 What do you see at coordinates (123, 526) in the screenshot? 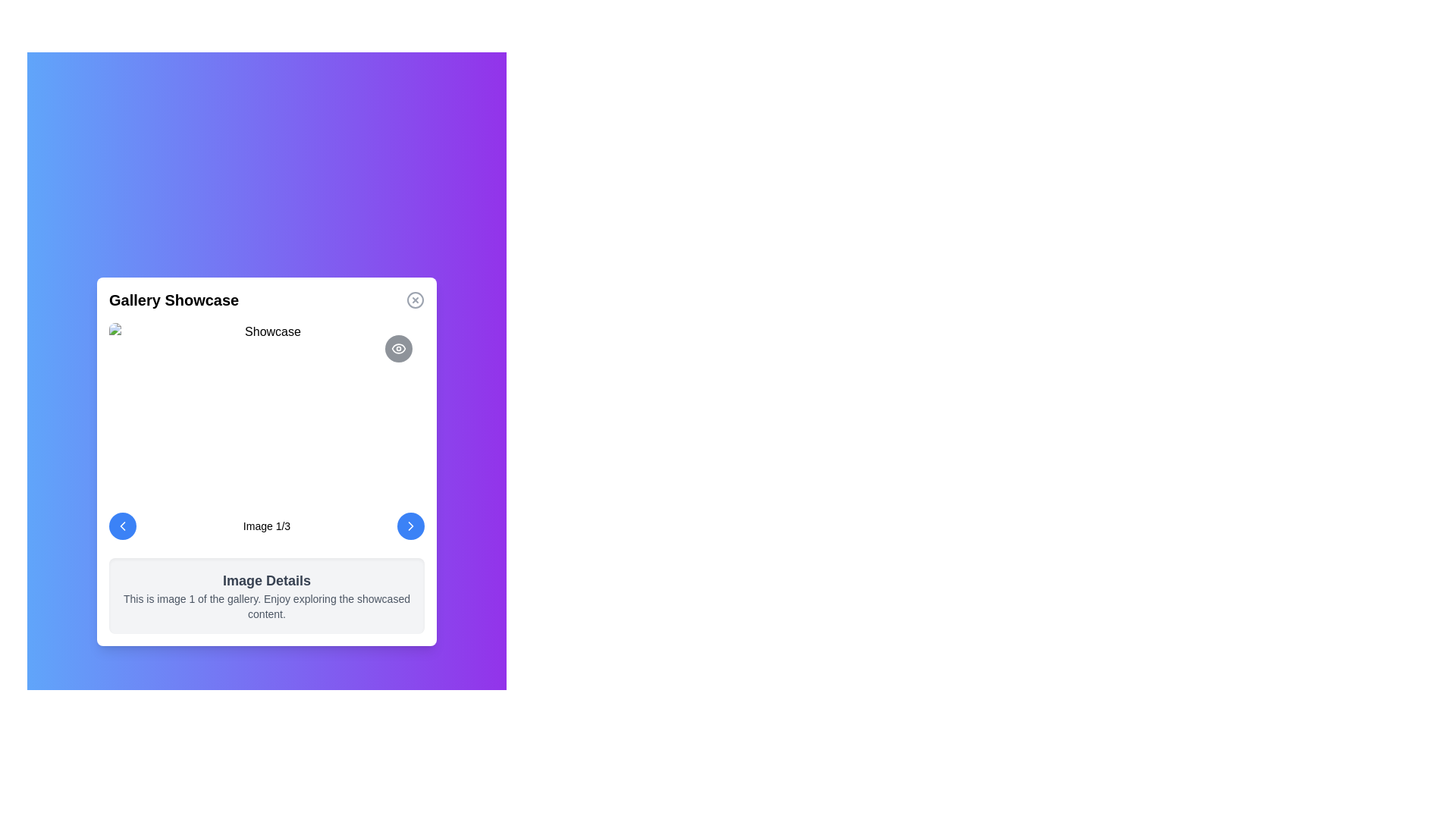
I see `the chevron-shaped icon inside the circular button located in the bottom-left corner of the modal interface` at bounding box center [123, 526].